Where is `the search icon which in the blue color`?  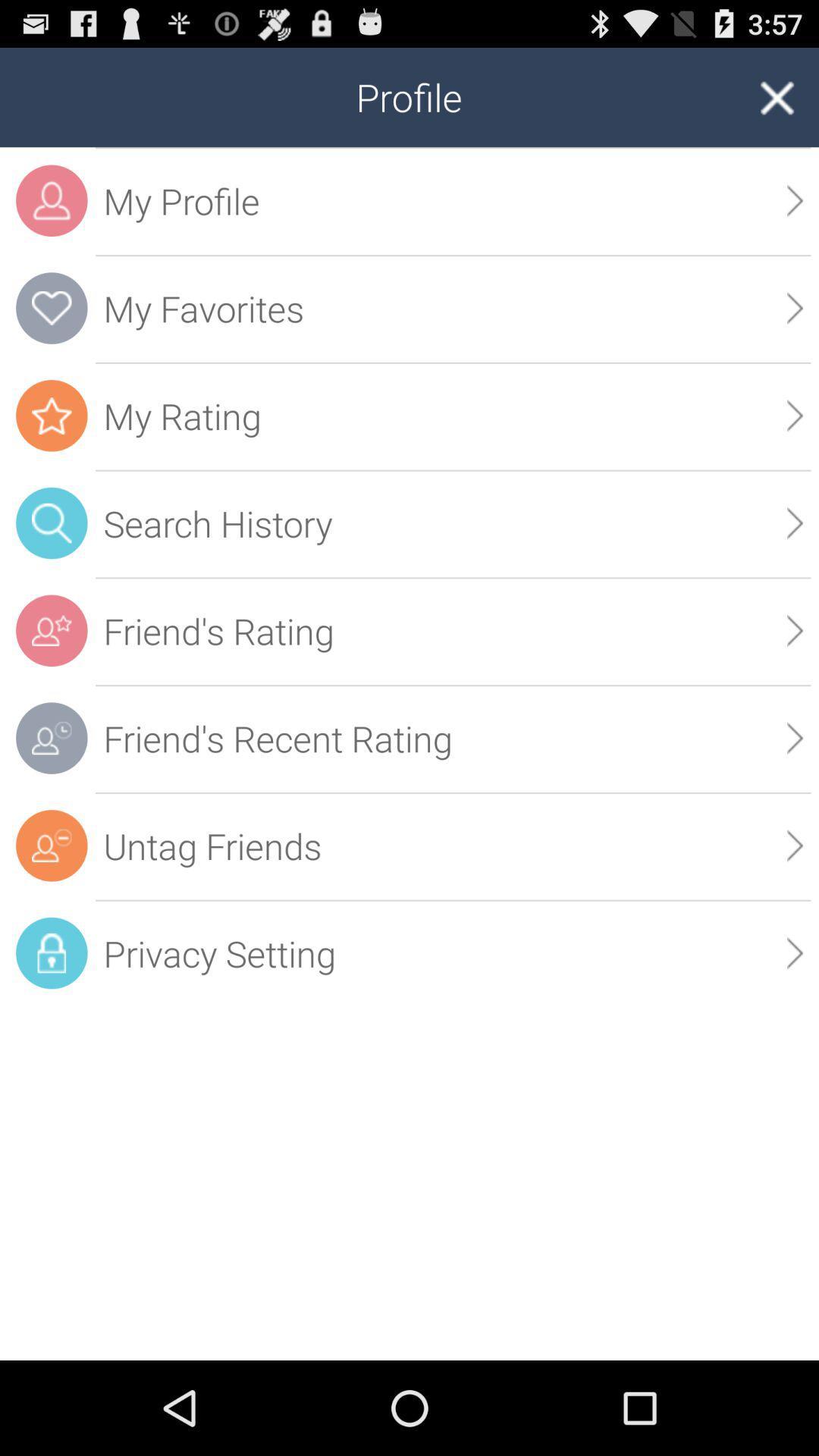 the search icon which in the blue color is located at coordinates (51, 523).